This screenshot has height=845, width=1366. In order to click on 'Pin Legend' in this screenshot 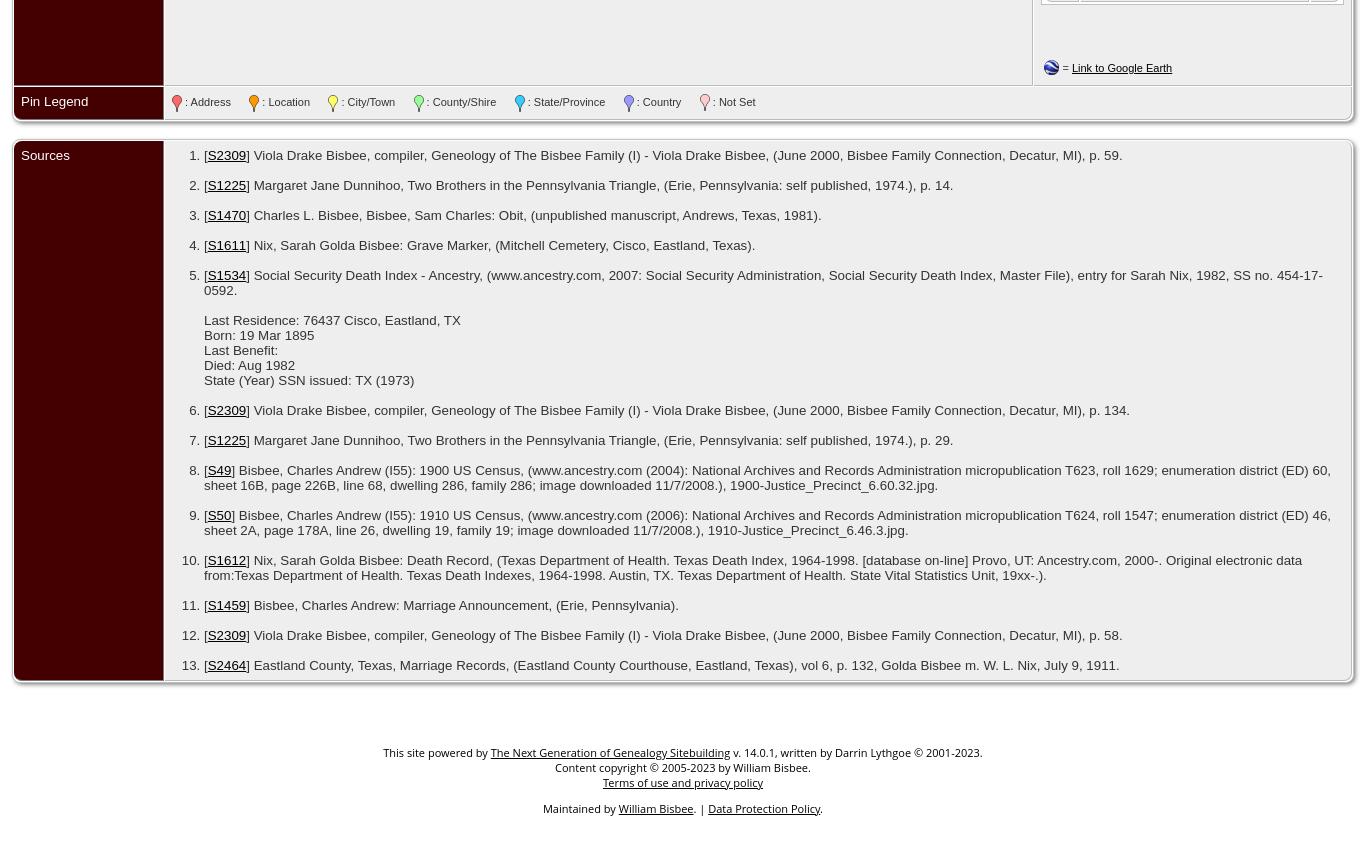, I will do `click(54, 101)`.